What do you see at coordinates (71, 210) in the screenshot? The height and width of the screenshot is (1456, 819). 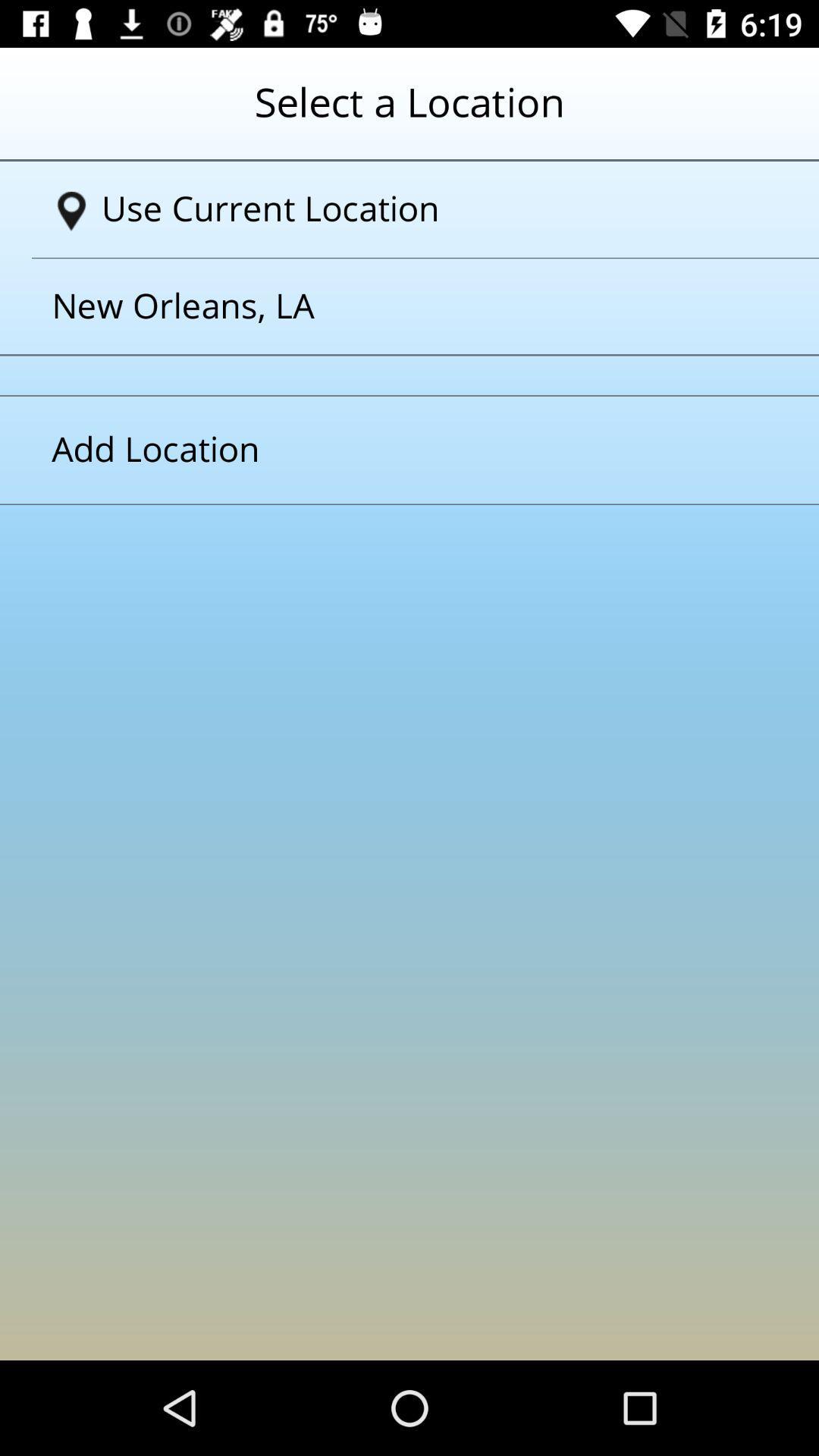 I see `the location icon which is before use current location` at bounding box center [71, 210].